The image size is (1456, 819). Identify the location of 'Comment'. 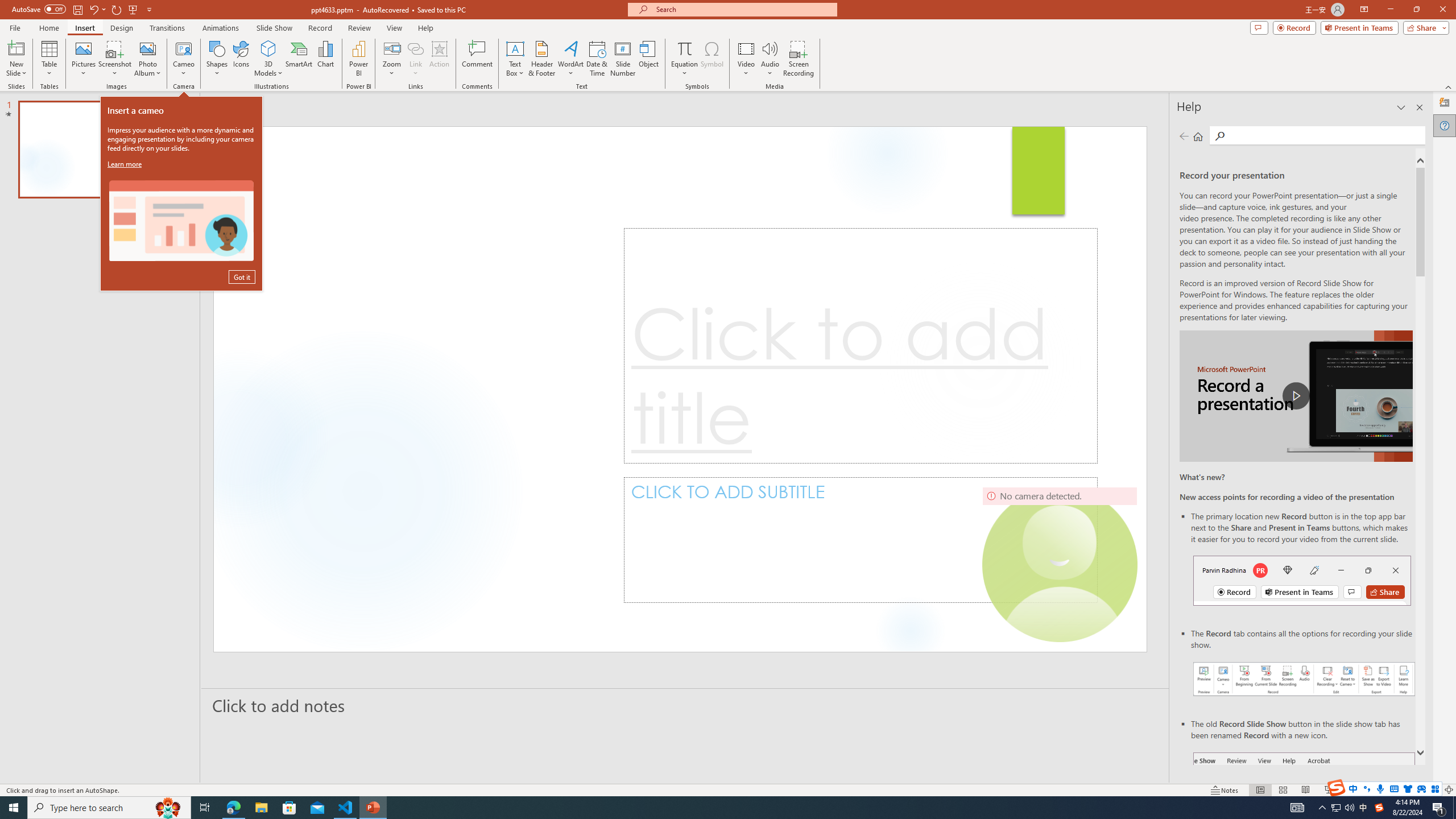
(476, 59).